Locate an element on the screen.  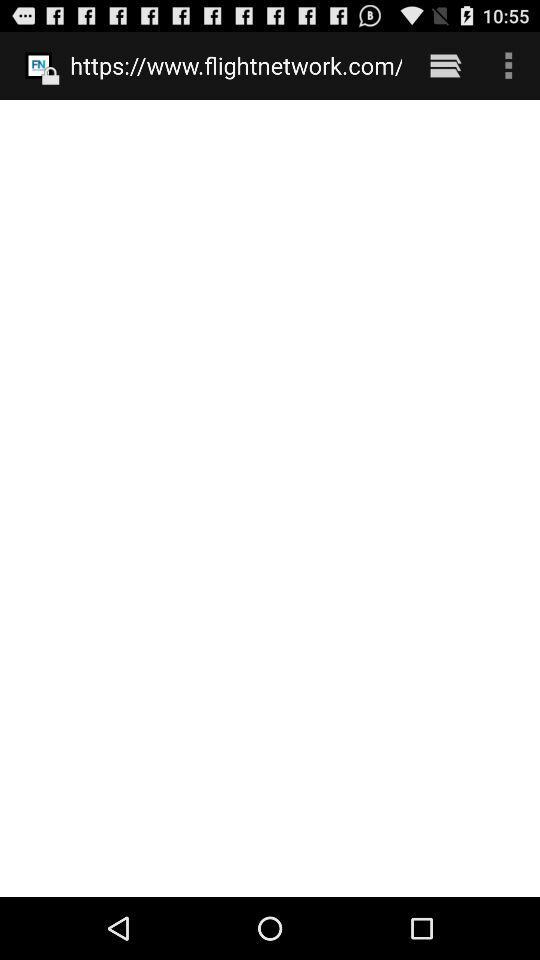
the icon below https www flightnetwork item is located at coordinates (270, 497).